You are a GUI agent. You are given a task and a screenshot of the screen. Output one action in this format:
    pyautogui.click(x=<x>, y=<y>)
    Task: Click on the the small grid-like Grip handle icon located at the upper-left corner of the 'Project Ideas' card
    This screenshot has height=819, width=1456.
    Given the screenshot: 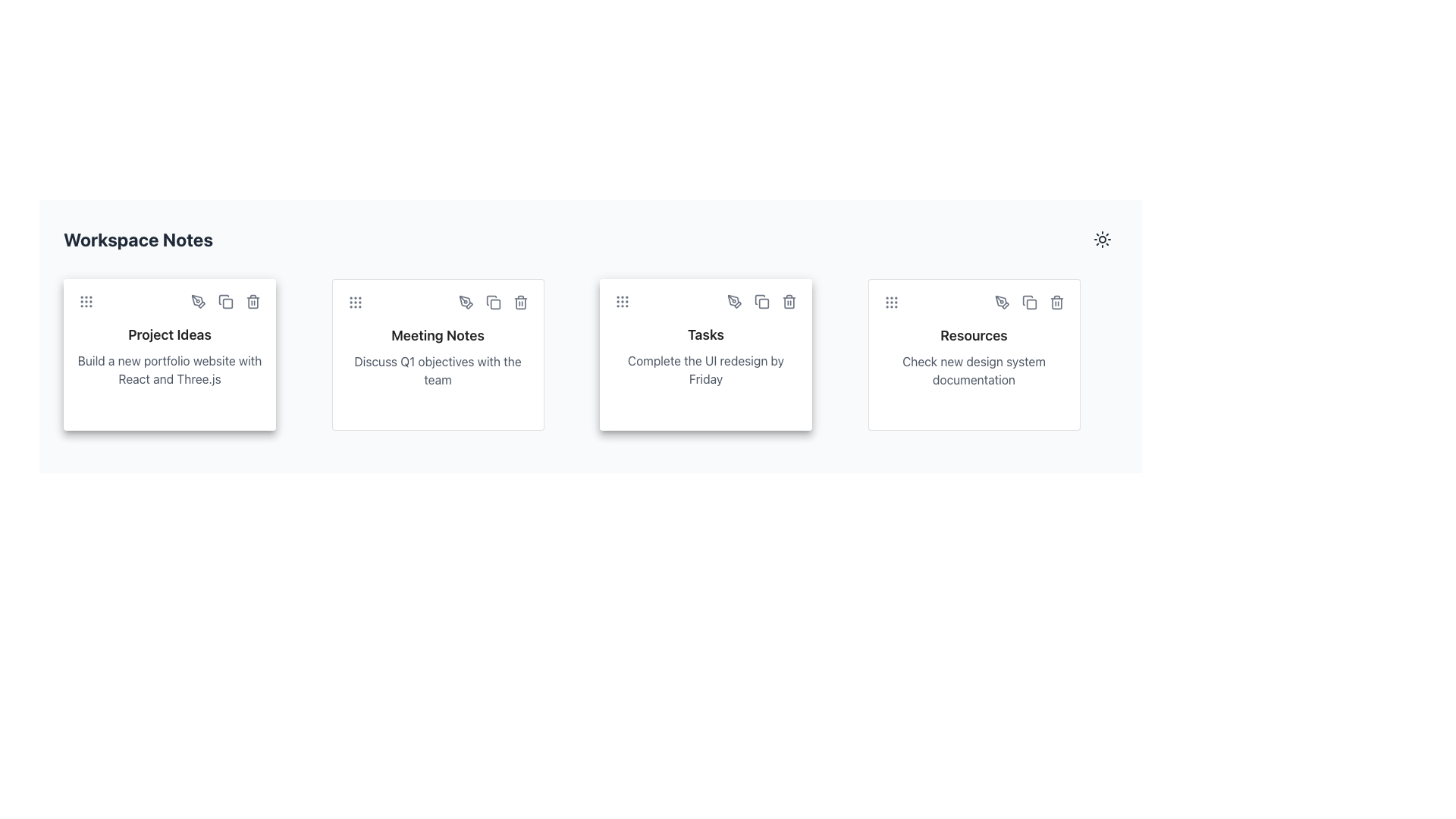 What is the action you would take?
    pyautogui.click(x=86, y=301)
    